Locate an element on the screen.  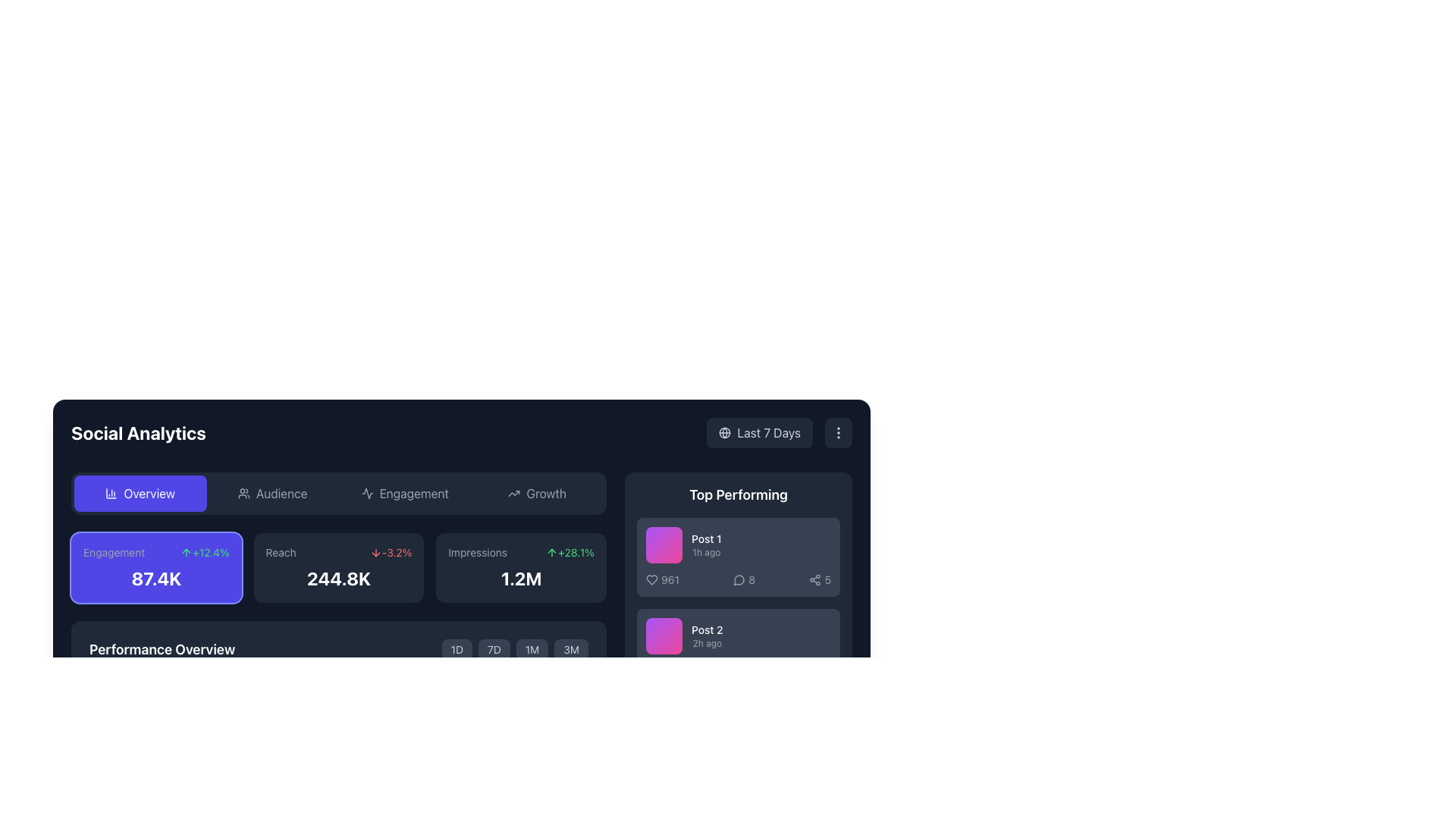
information displayed by the text with the red downward arrow icon indicating a percentage decrease, located in the 'Reach' section is located at coordinates (391, 553).